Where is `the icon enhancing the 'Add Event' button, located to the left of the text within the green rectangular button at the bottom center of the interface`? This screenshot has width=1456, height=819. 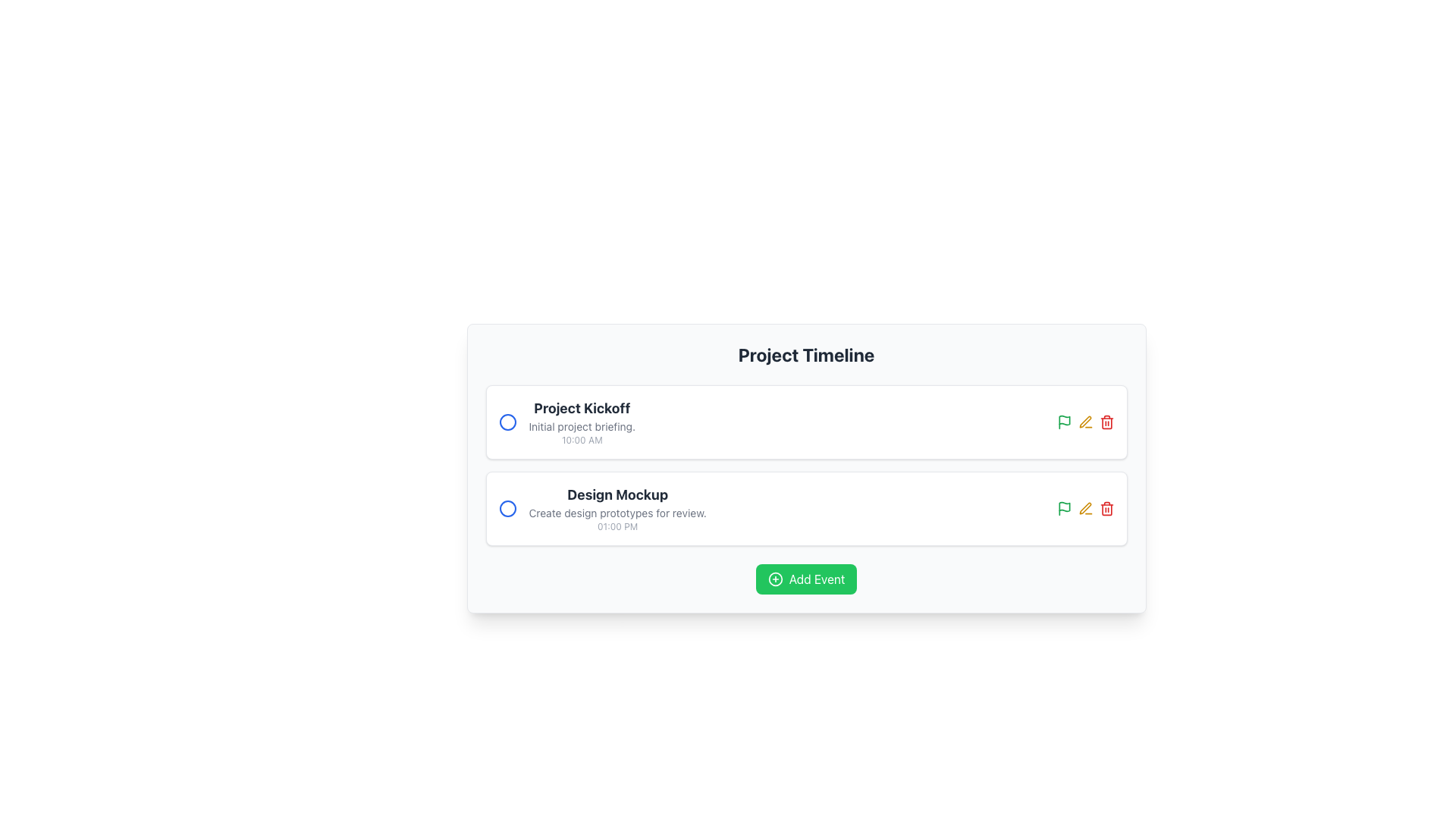 the icon enhancing the 'Add Event' button, located to the left of the text within the green rectangular button at the bottom center of the interface is located at coordinates (775, 579).